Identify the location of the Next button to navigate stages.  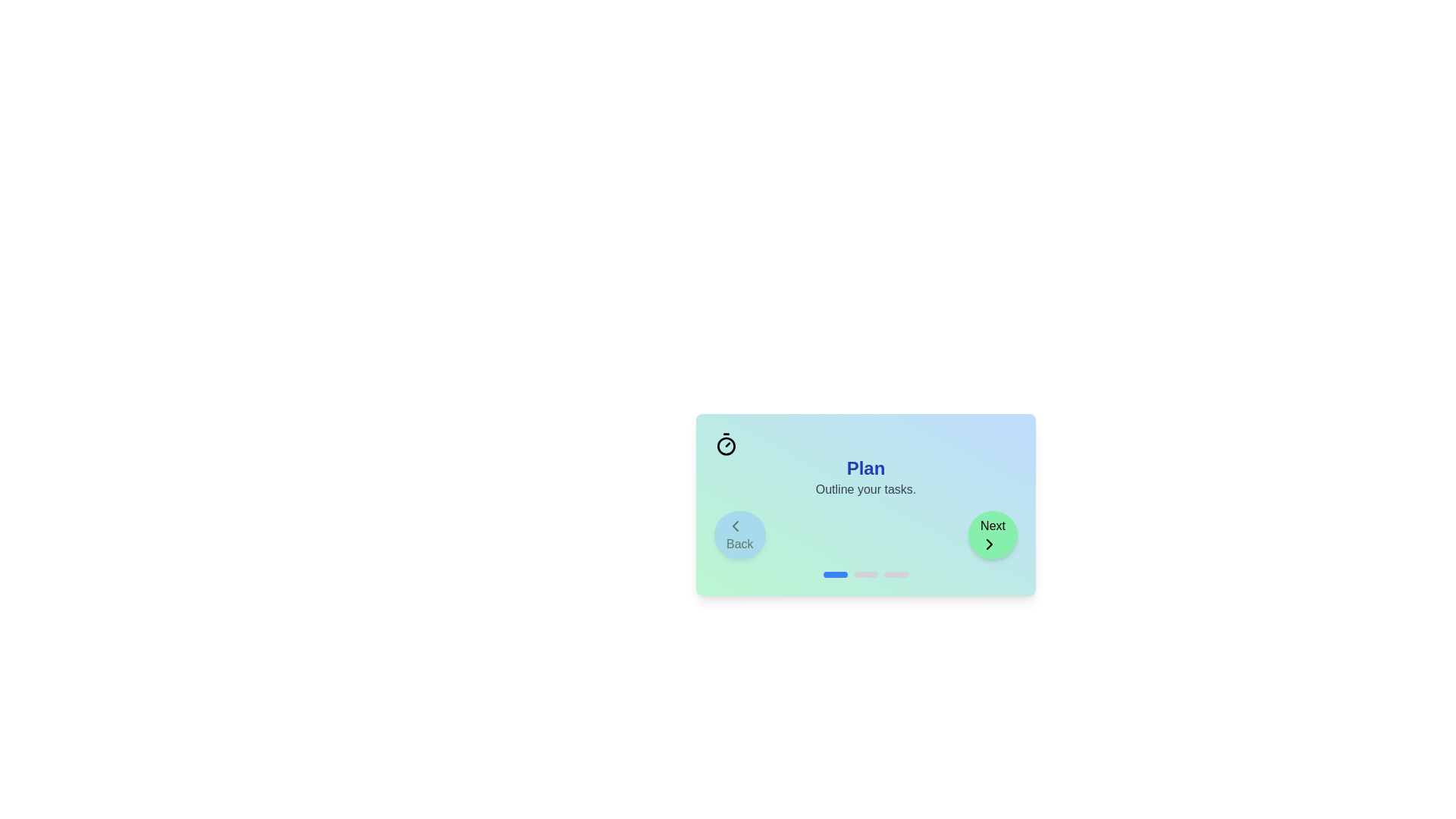
(993, 534).